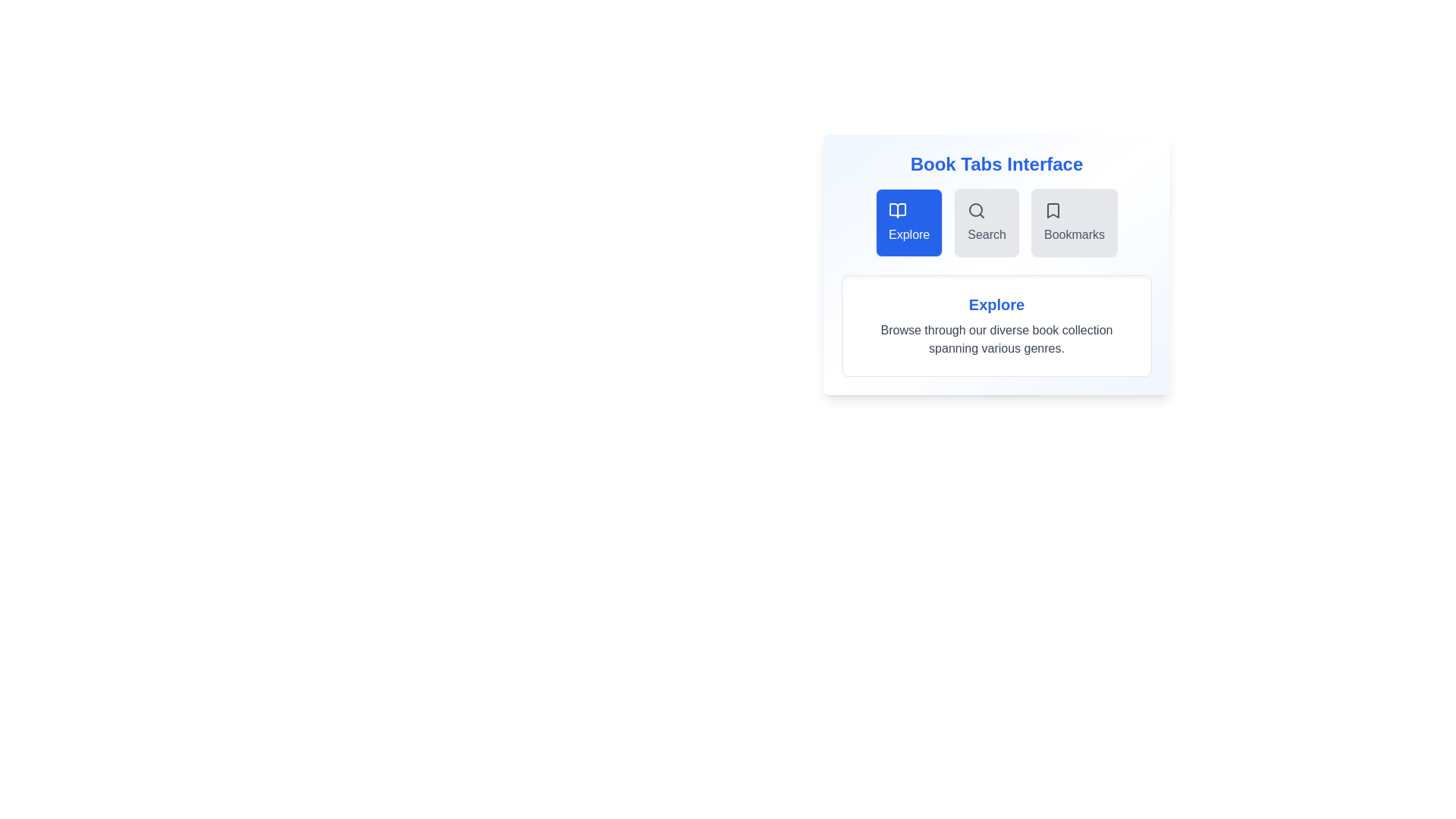  Describe the element at coordinates (1073, 222) in the screenshot. I see `the Bookmarks tab to trigger its hover effect` at that location.